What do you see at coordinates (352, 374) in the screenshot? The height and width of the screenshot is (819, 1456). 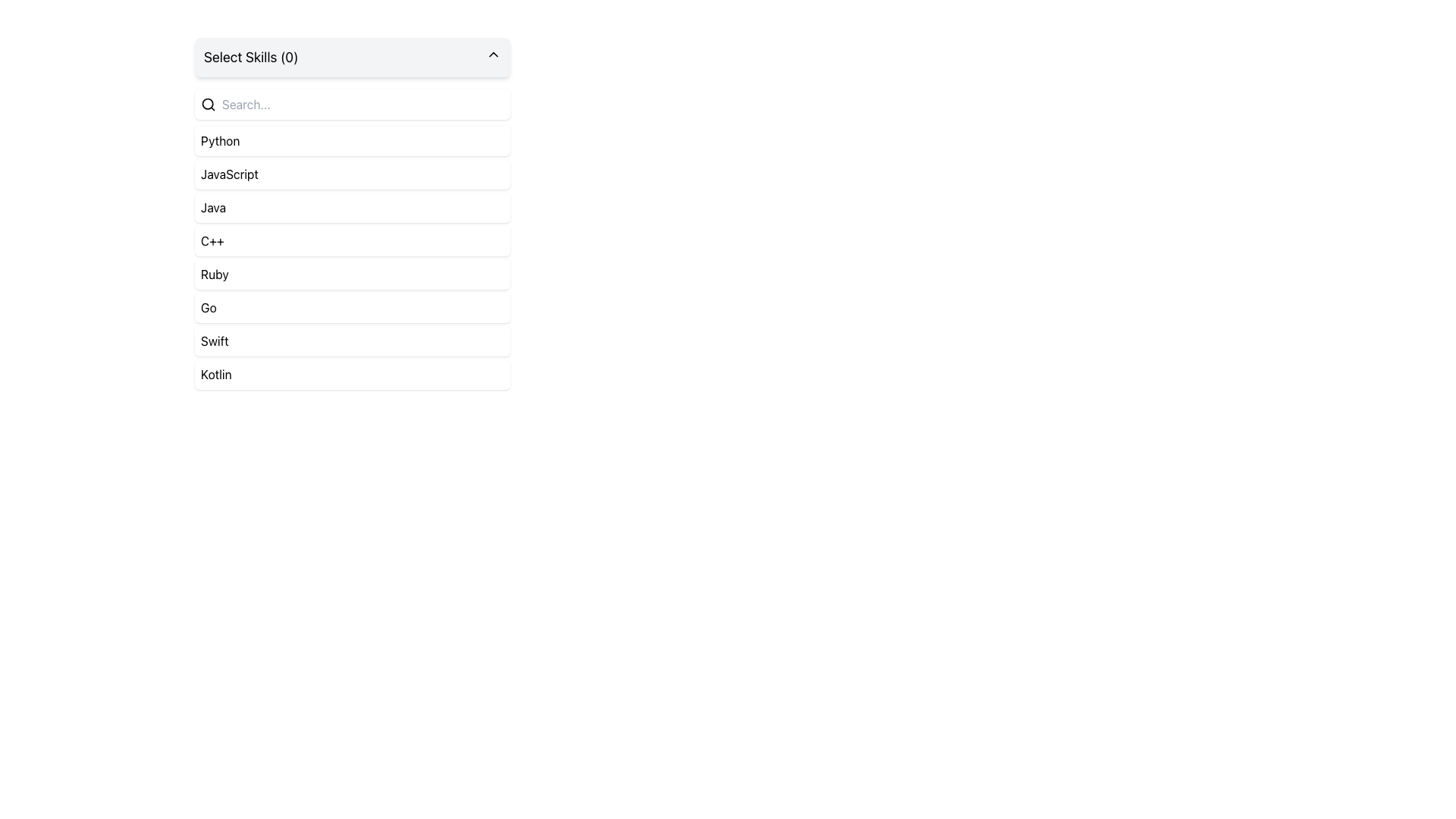 I see `the last option of the dropdown menu representing the Kotlin programming language, which is located below the Swift option` at bounding box center [352, 374].